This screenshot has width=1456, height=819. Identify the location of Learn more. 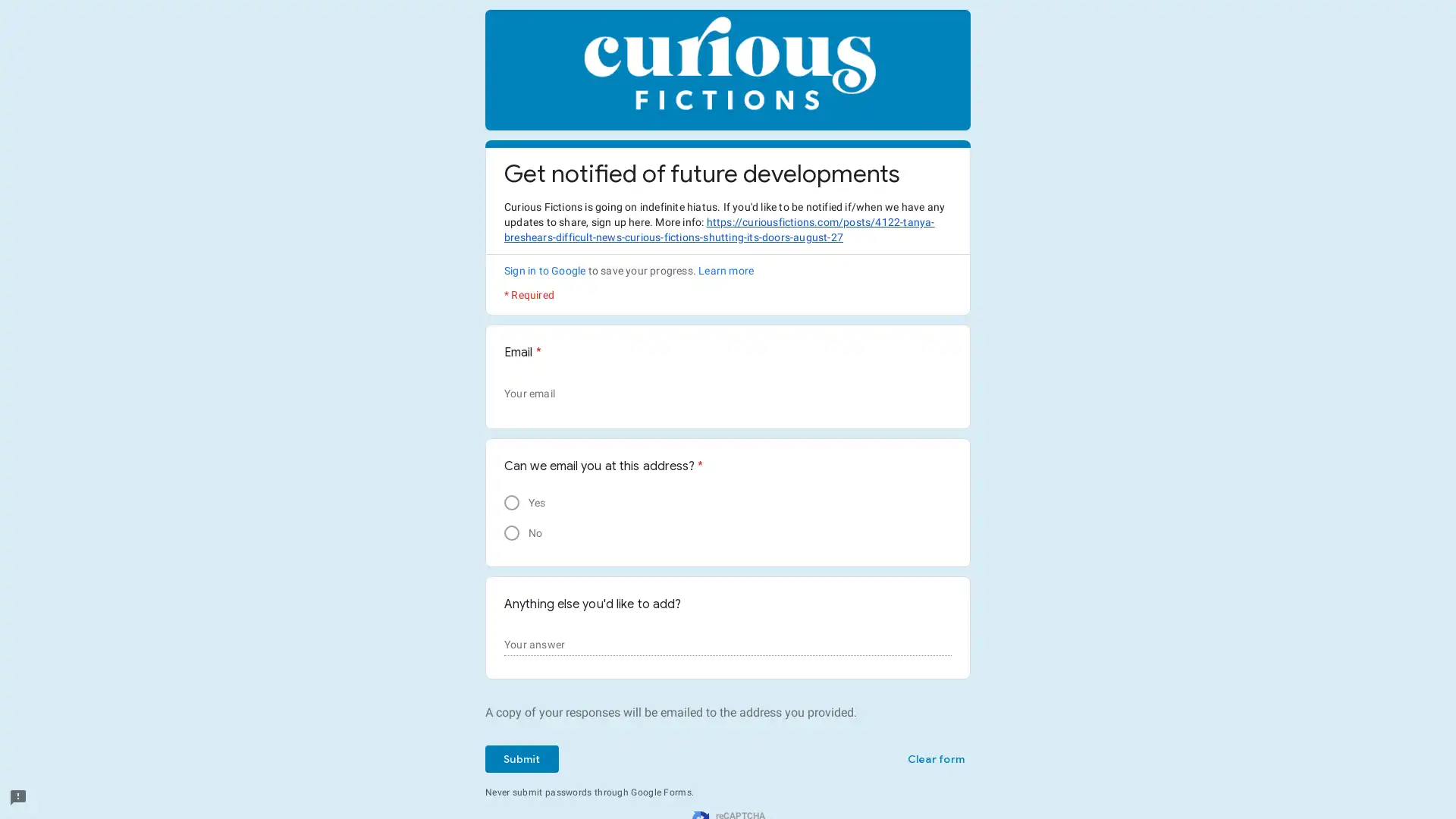
(725, 270).